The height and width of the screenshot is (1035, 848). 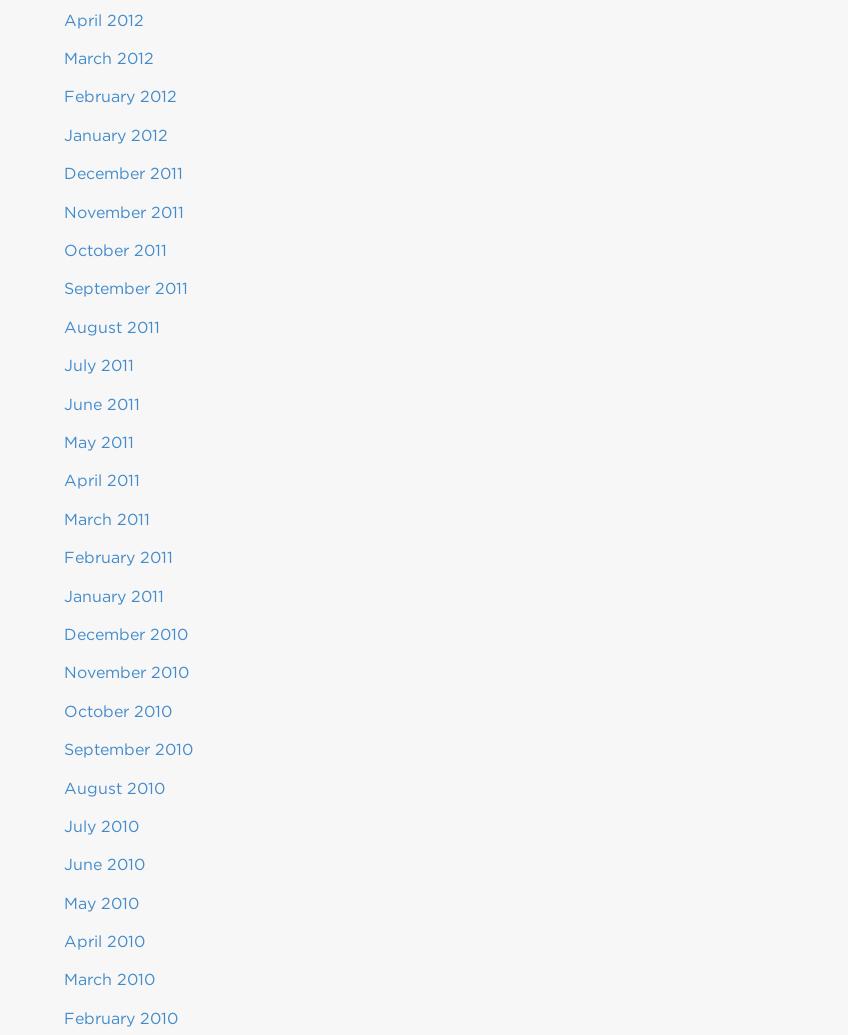 I want to click on 'February 2012', so click(x=119, y=96).